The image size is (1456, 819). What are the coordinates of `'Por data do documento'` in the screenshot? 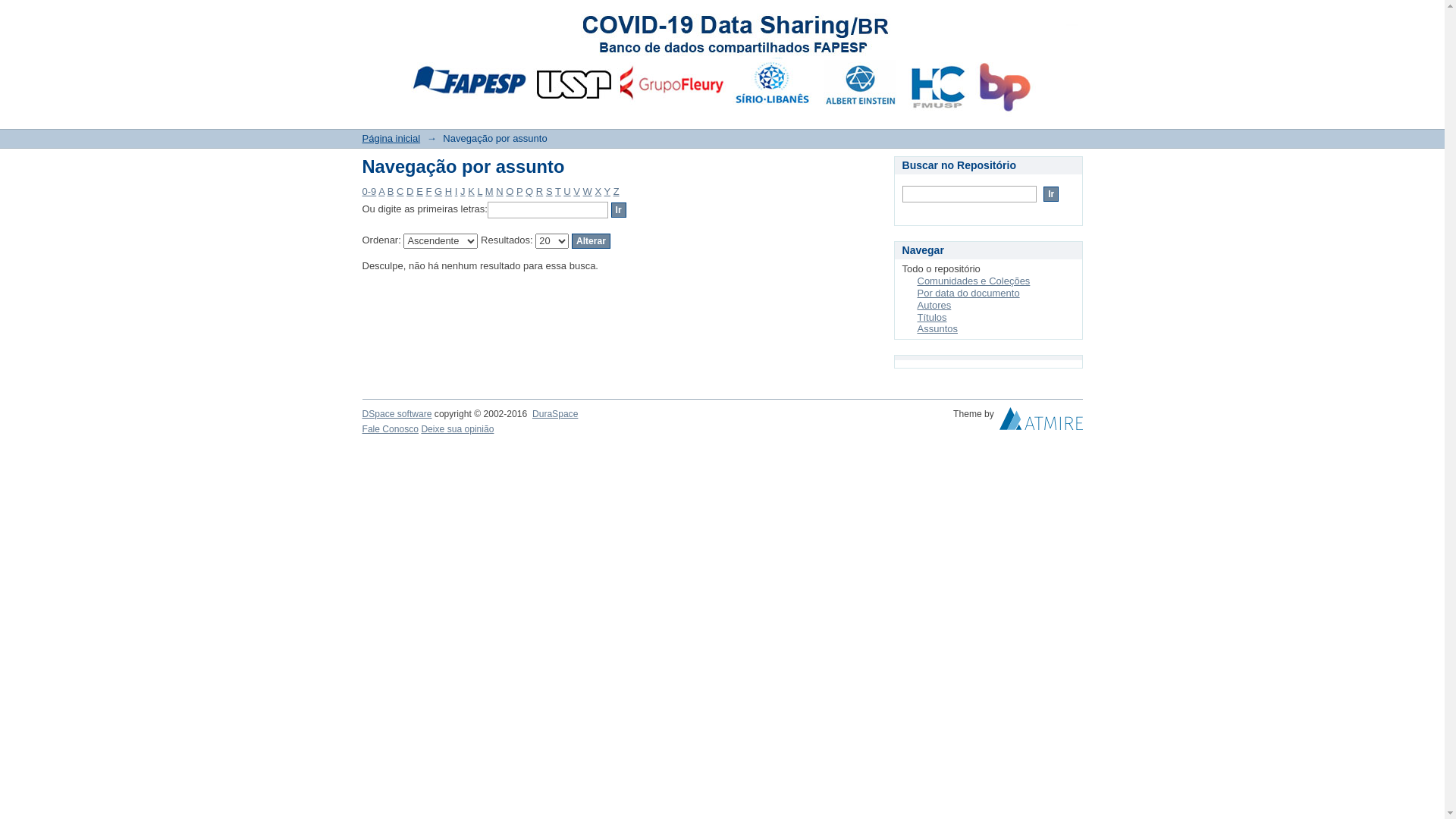 It's located at (916, 293).